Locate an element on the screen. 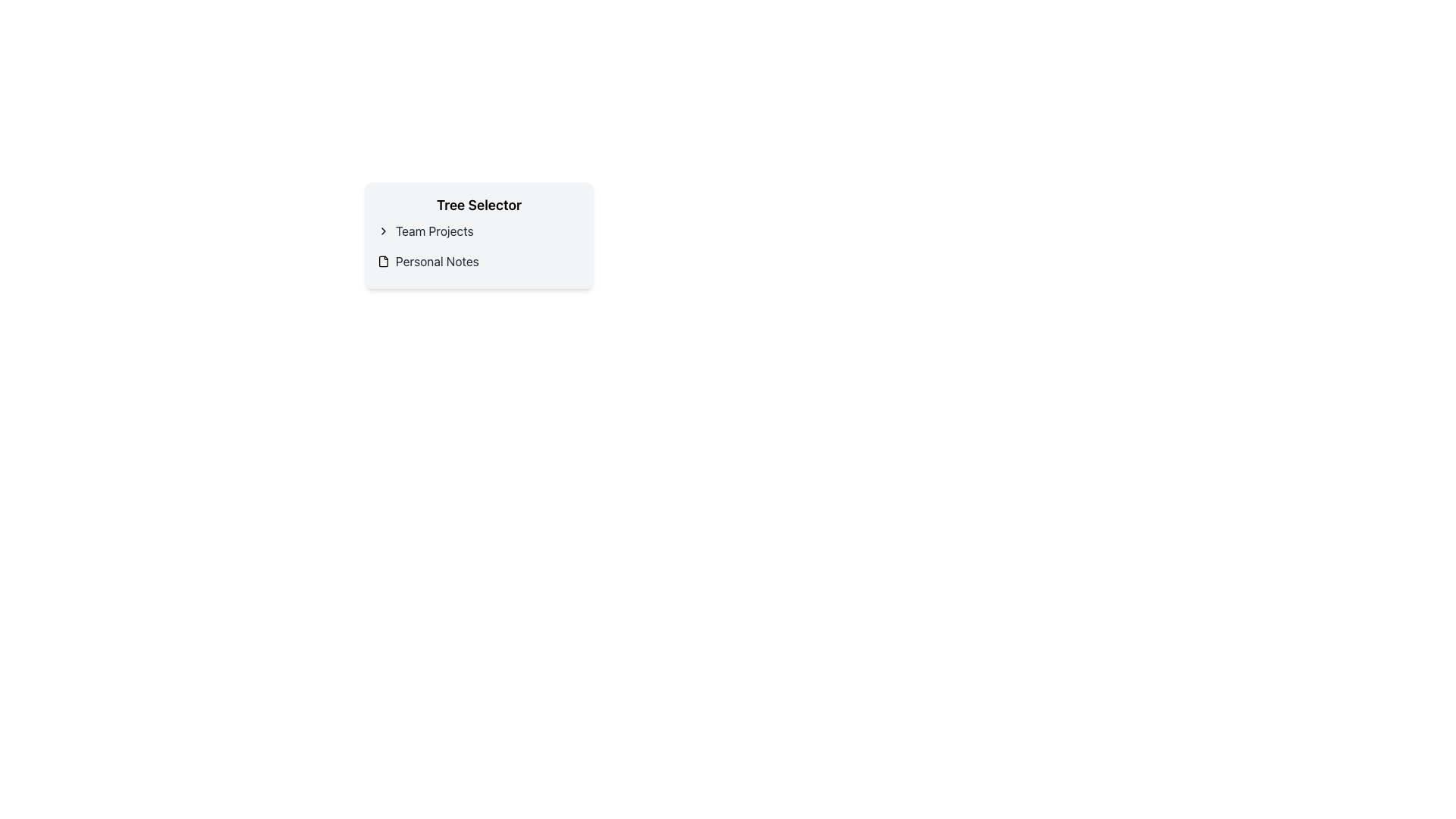  the 'Tree Selector' text label is located at coordinates (479, 205).